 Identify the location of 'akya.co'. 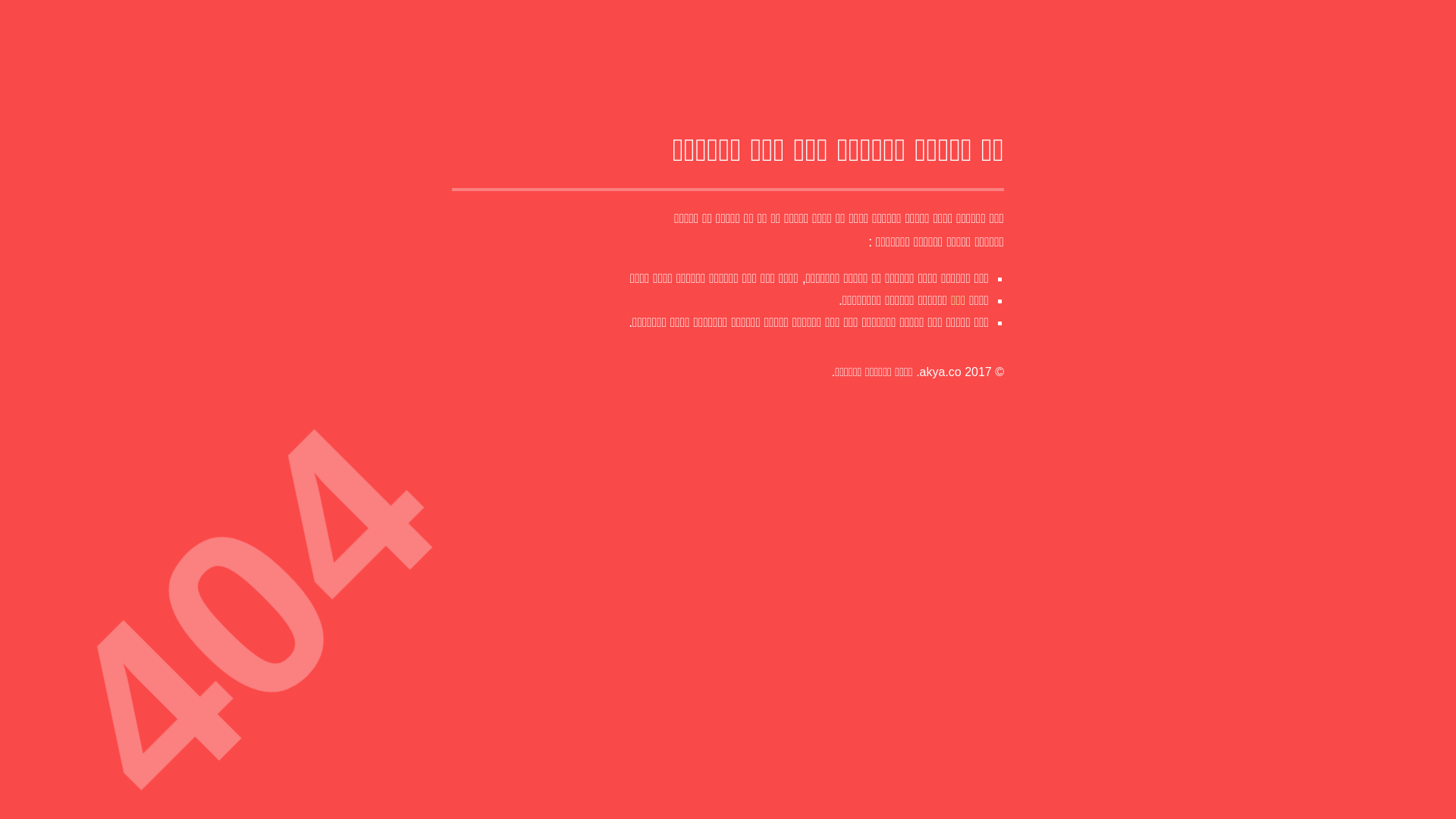
(940, 372).